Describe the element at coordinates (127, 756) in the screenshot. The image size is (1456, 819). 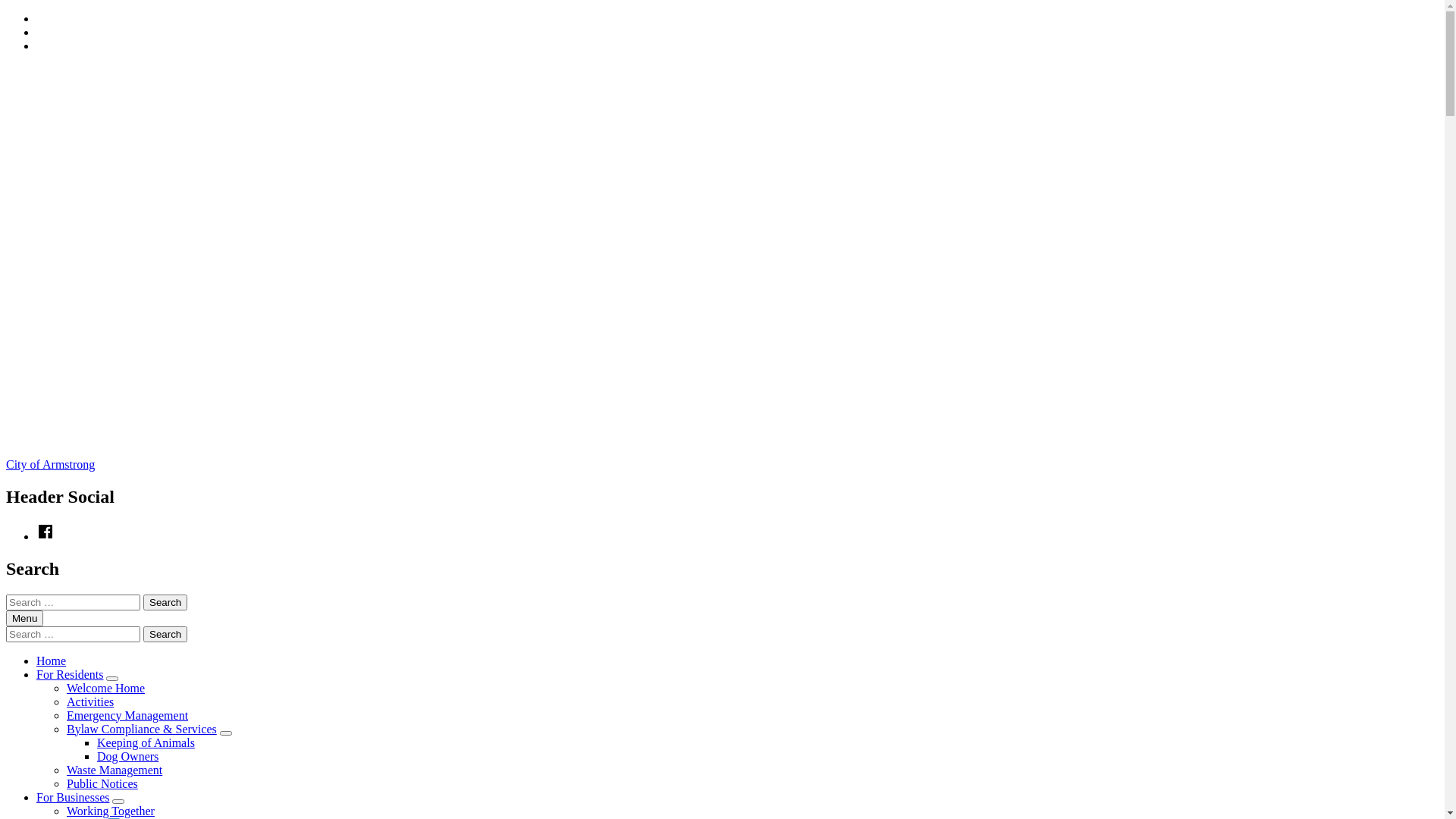
I see `'Dog Owners'` at that location.